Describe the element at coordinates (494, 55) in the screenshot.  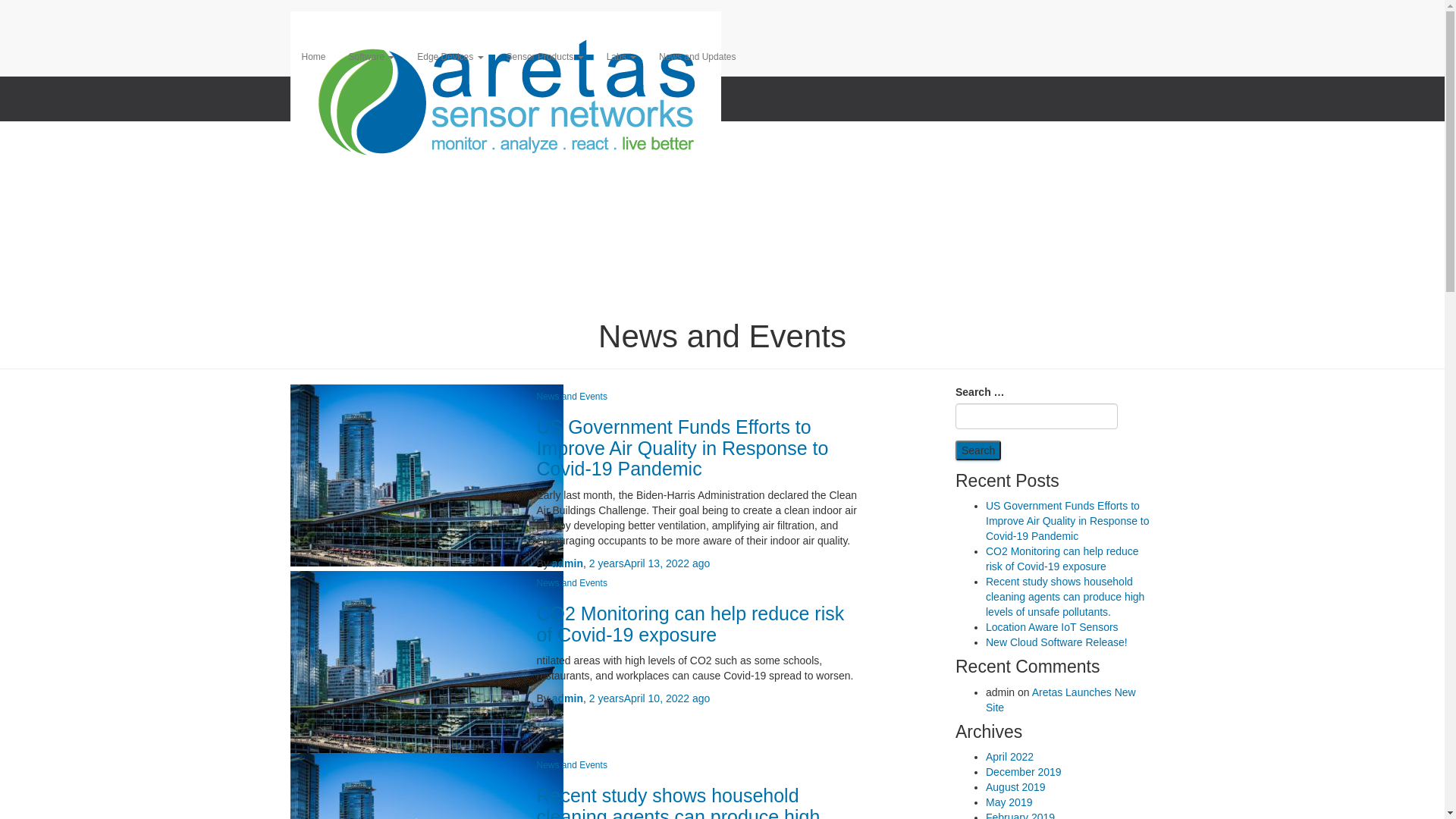
I see `'Sensor Products'` at that location.